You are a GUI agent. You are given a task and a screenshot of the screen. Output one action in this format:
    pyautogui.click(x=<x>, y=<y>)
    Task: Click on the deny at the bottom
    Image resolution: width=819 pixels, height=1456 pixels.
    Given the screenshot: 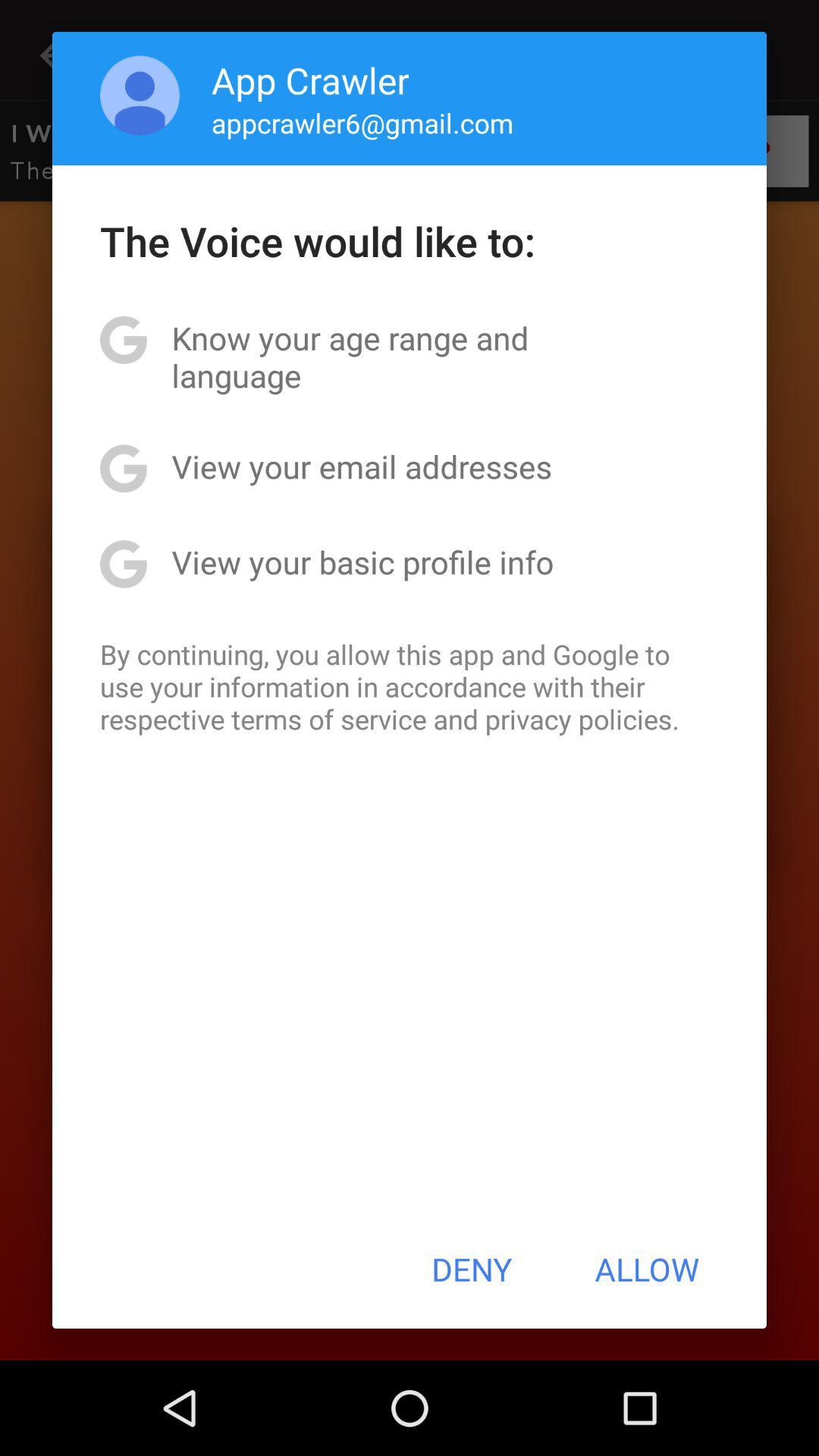 What is the action you would take?
    pyautogui.click(x=471, y=1269)
    